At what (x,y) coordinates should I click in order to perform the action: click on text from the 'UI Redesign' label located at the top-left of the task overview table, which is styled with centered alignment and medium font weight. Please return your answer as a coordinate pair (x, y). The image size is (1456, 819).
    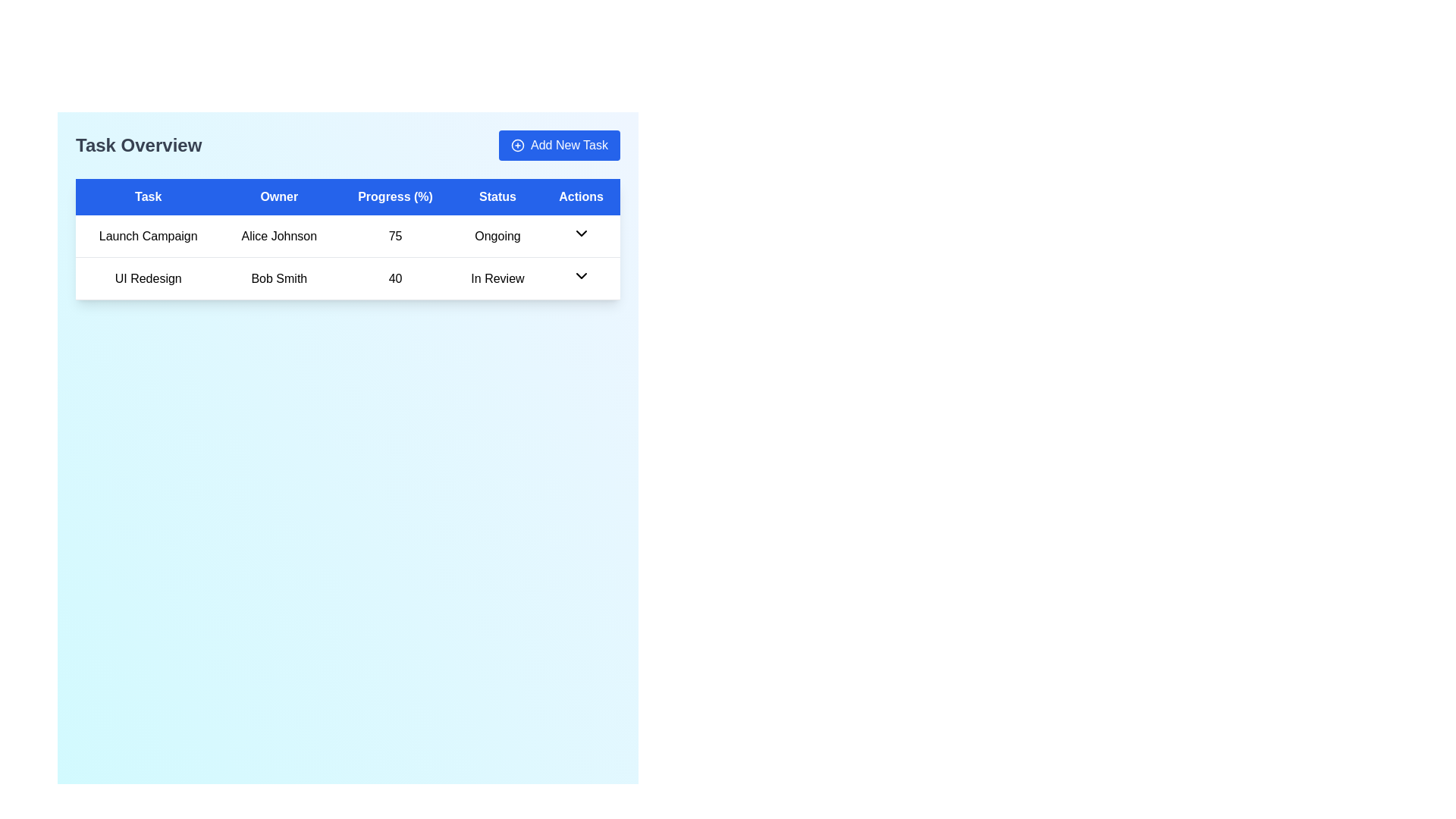
    Looking at the image, I should click on (148, 278).